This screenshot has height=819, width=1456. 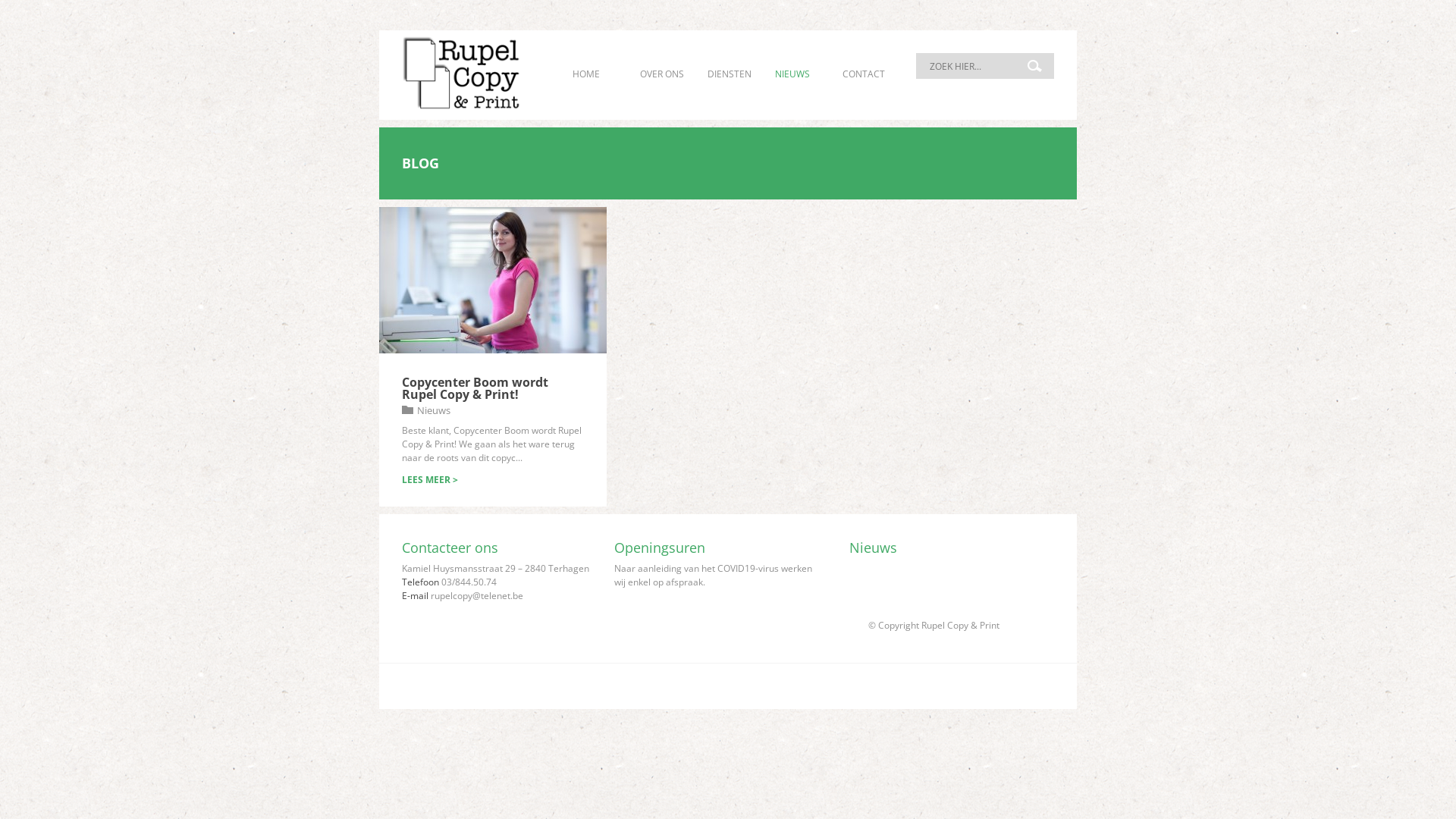 I want to click on 'CONTACT', so click(x=863, y=74).